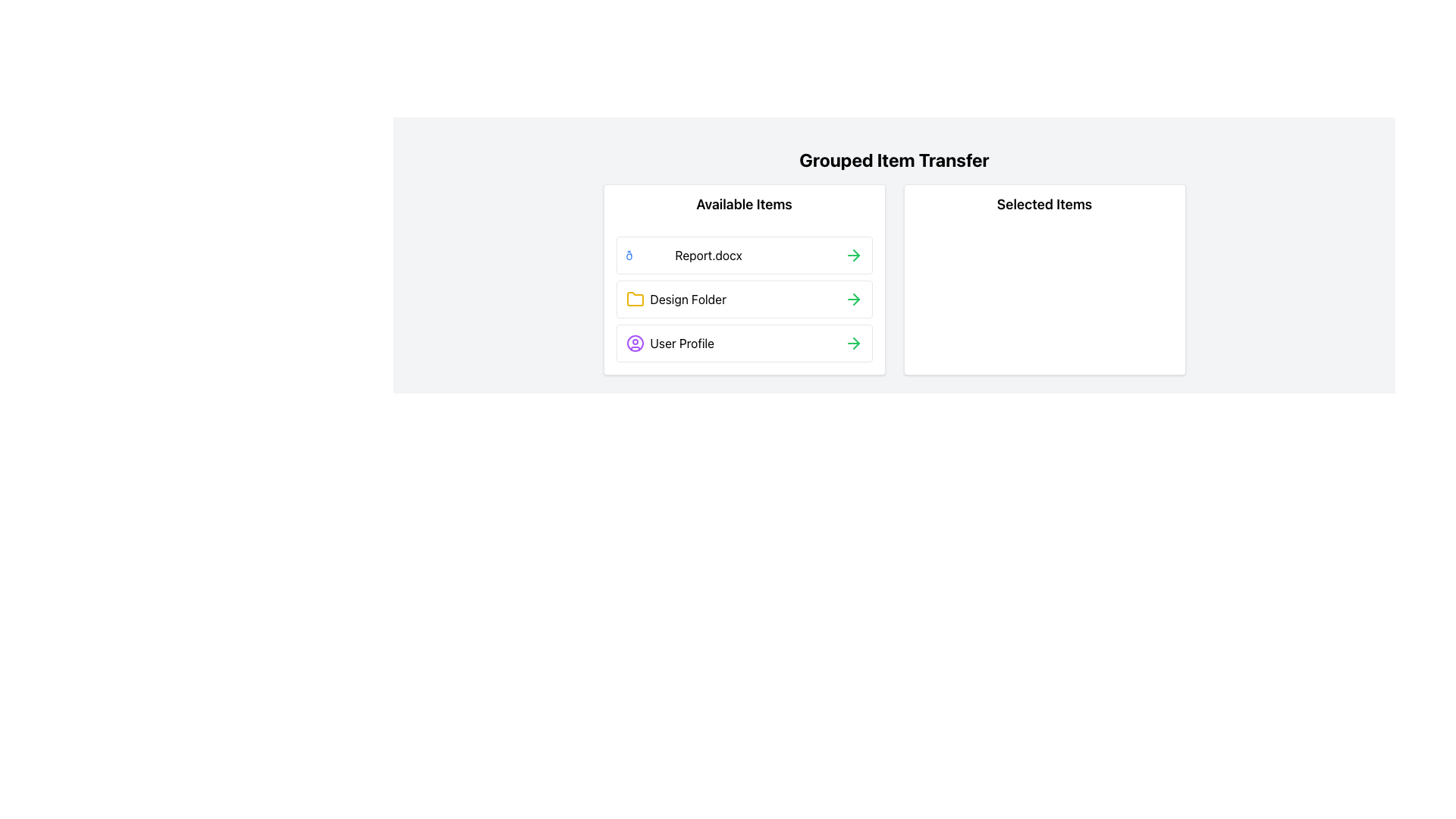 This screenshot has width=1456, height=819. What do you see at coordinates (855, 343) in the screenshot?
I see `the green rightward arrow icon in the 'Available Items' column for the 'Design Folder'` at bounding box center [855, 343].